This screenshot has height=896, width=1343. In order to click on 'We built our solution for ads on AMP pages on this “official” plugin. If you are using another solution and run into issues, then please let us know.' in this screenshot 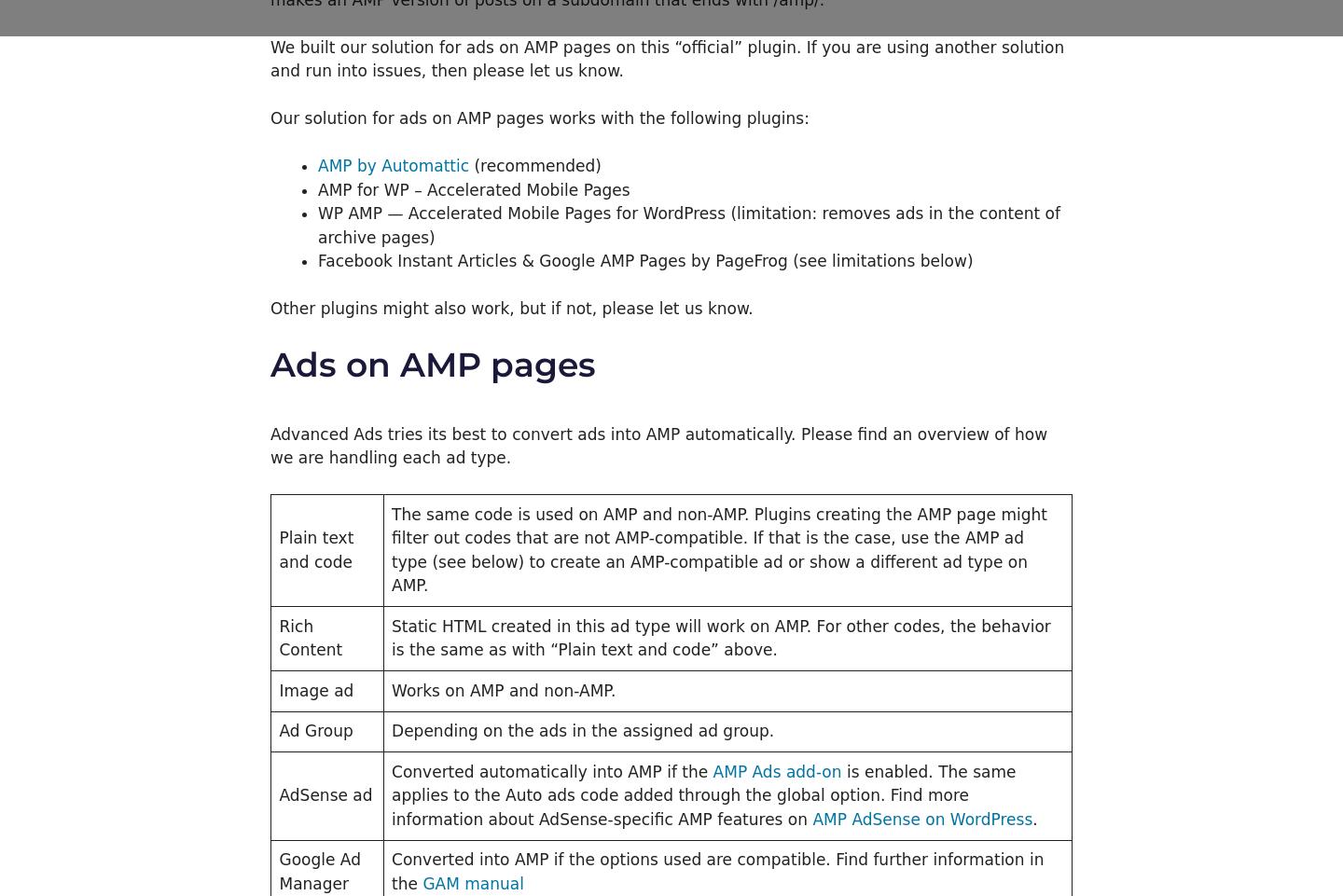, I will do `click(270, 59)`.